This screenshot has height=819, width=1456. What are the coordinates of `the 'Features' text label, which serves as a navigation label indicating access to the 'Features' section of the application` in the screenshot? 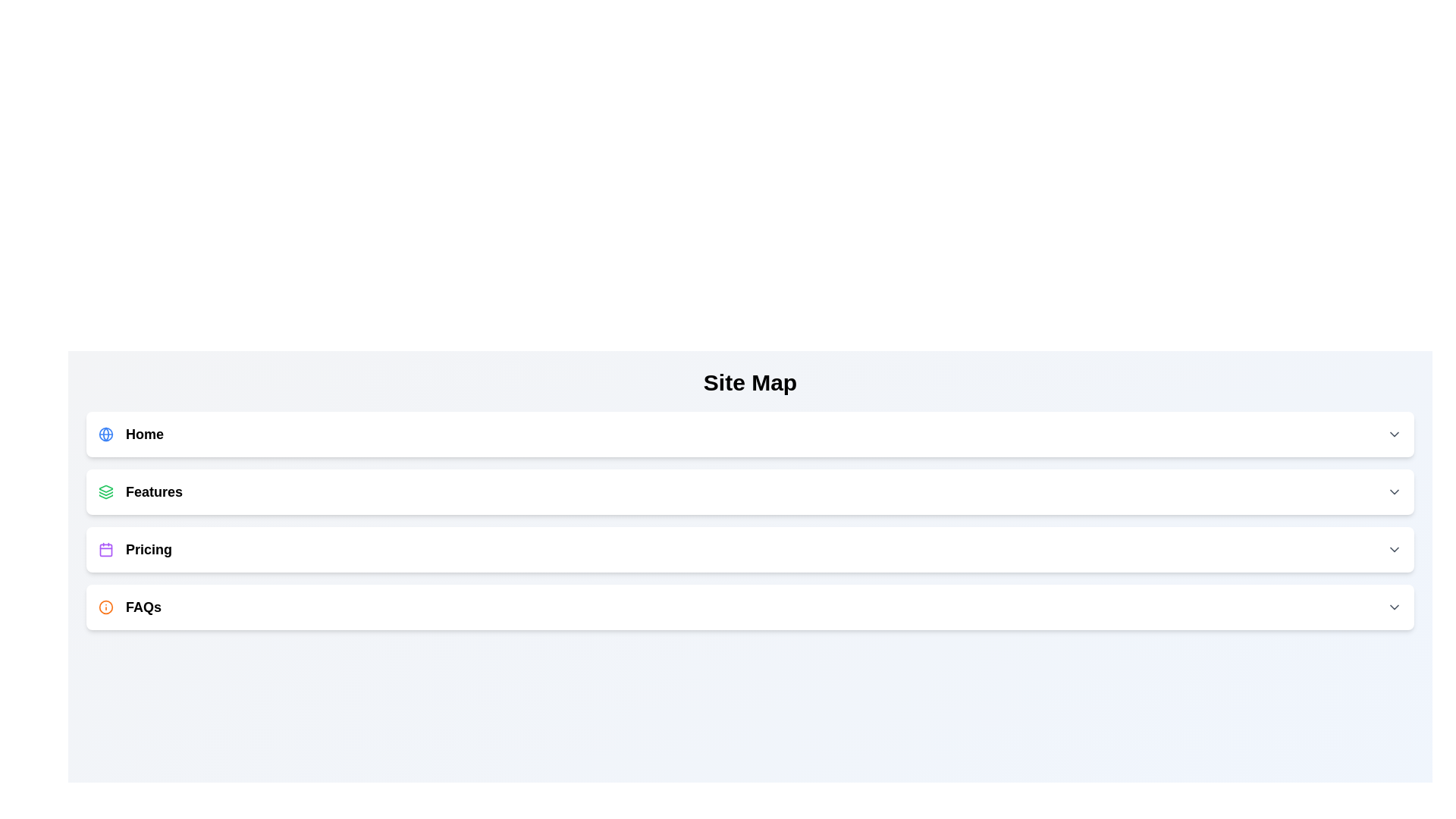 It's located at (154, 491).